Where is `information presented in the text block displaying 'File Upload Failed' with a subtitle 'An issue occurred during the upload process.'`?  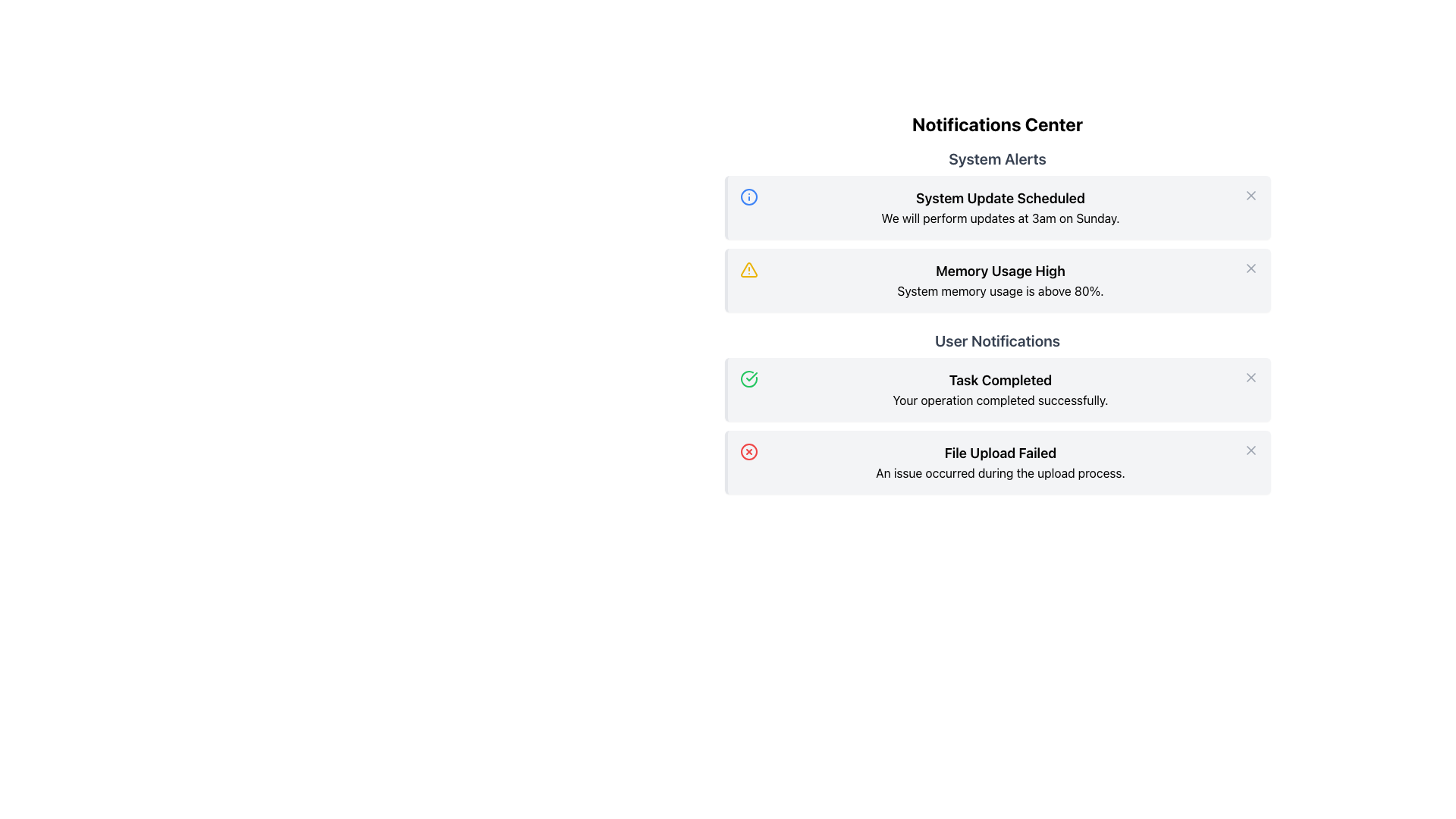
information presented in the text block displaying 'File Upload Failed' with a subtitle 'An issue occurred during the upload process.' is located at coordinates (1000, 461).